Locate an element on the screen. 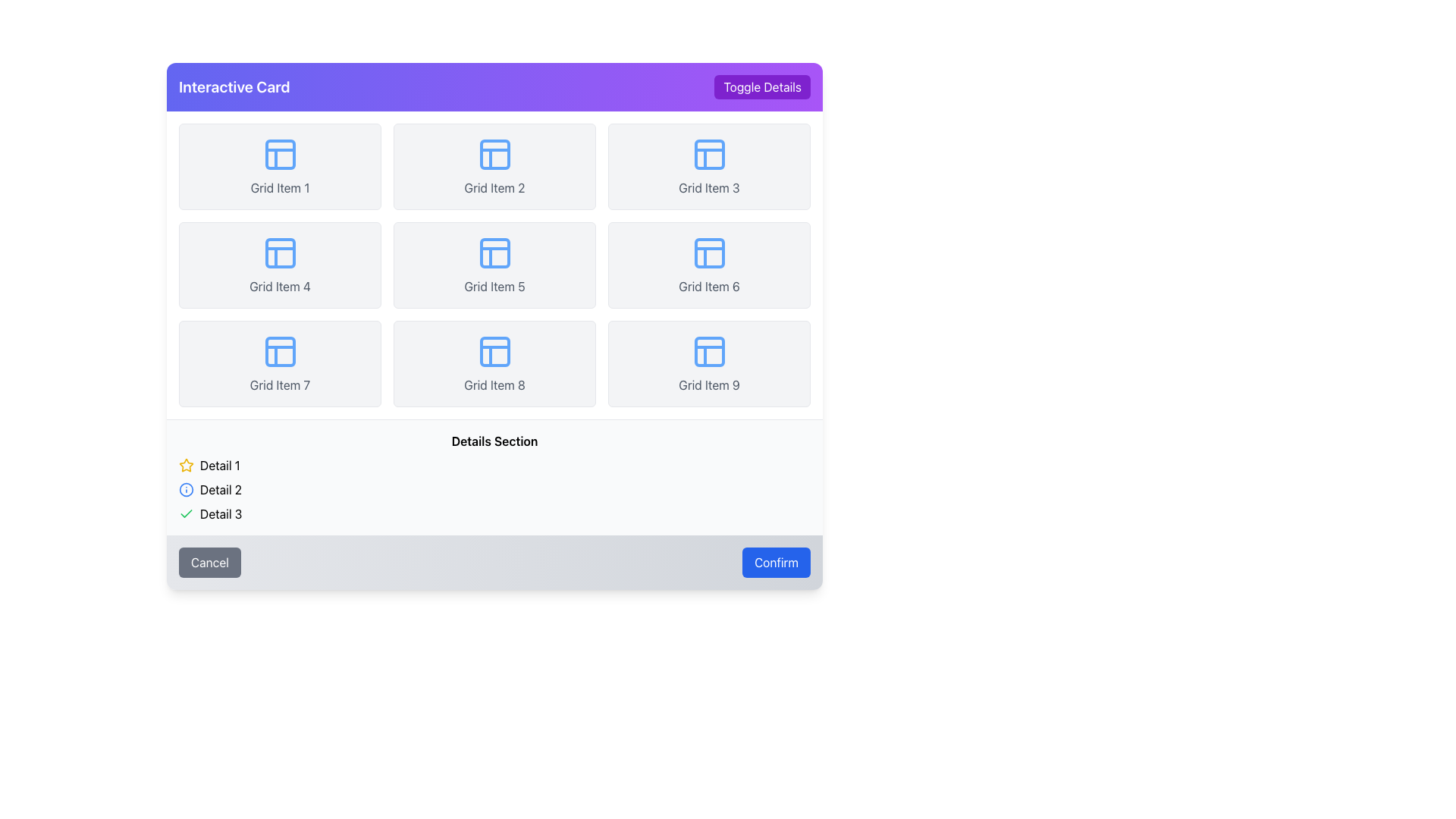 The image size is (1456, 819). the Decorative element with a blue outline and white fill located in 'Grid Item 6', positioned in the second row, third column of a 3x3 grid is located at coordinates (708, 253).